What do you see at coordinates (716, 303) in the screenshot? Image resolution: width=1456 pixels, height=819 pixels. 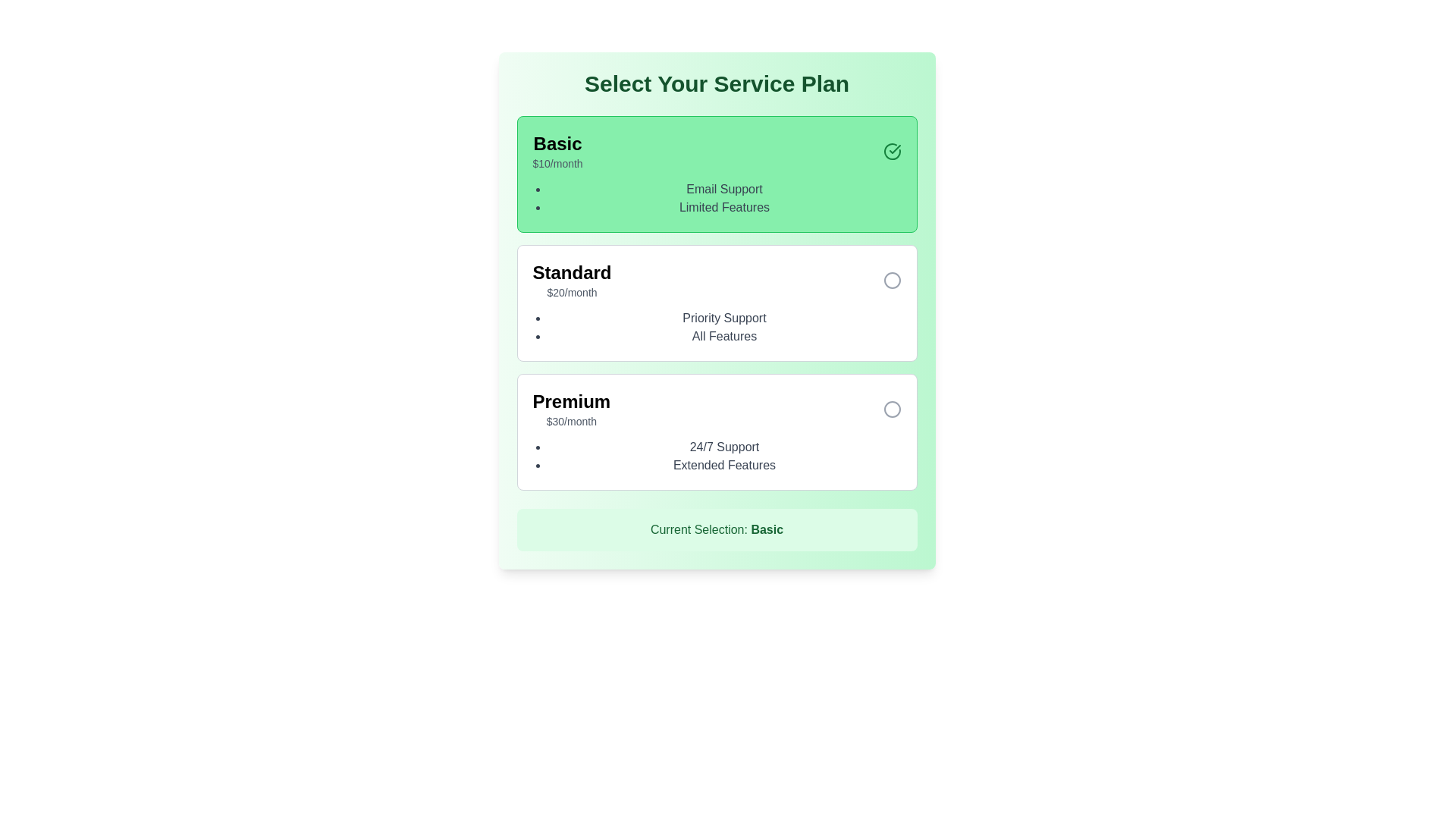 I see `the 'Standard' radio button option with a white background and gray border` at bounding box center [716, 303].